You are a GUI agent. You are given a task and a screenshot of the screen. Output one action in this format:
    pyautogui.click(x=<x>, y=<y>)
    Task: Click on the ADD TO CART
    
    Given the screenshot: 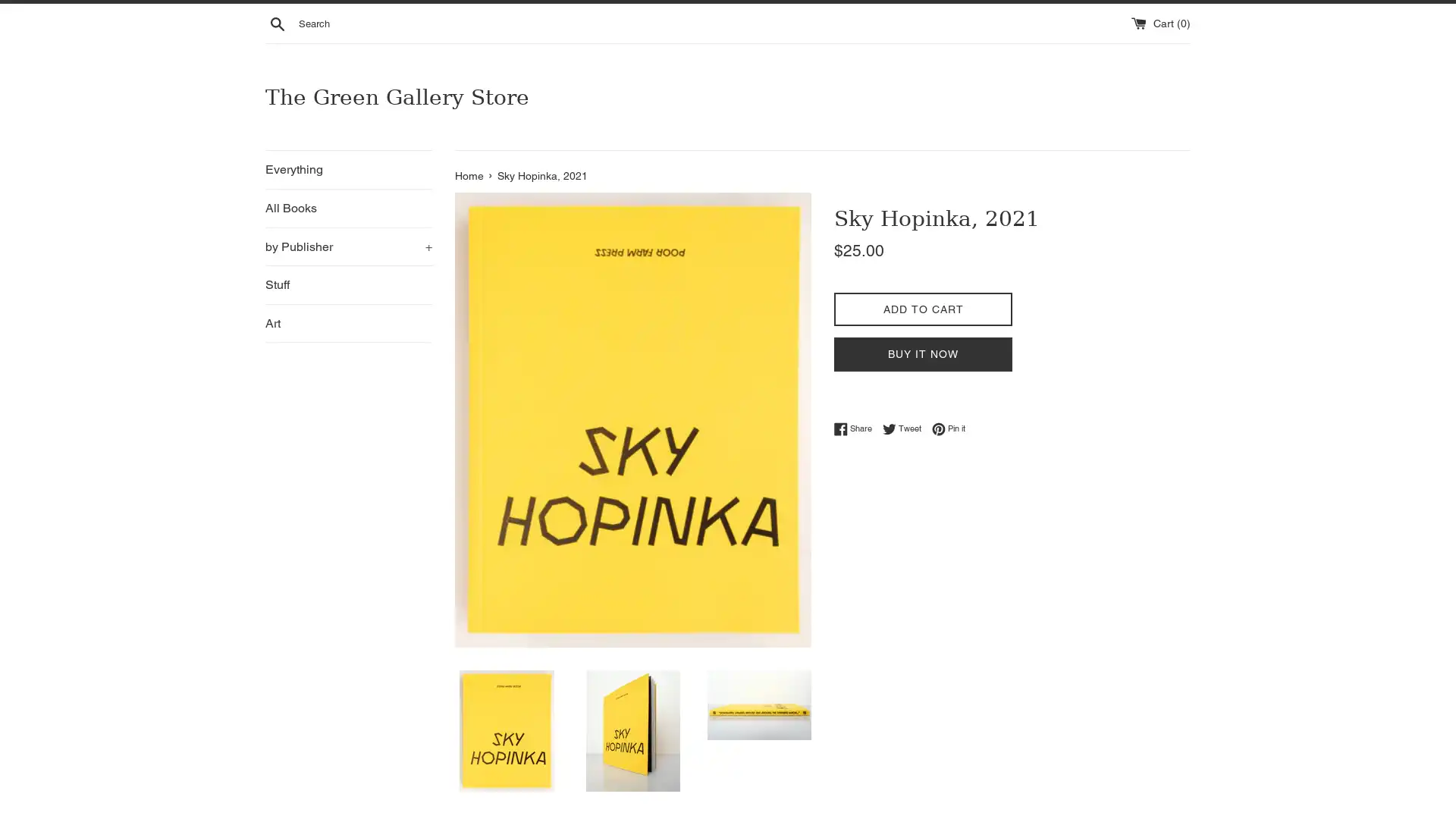 What is the action you would take?
    pyautogui.click(x=922, y=308)
    